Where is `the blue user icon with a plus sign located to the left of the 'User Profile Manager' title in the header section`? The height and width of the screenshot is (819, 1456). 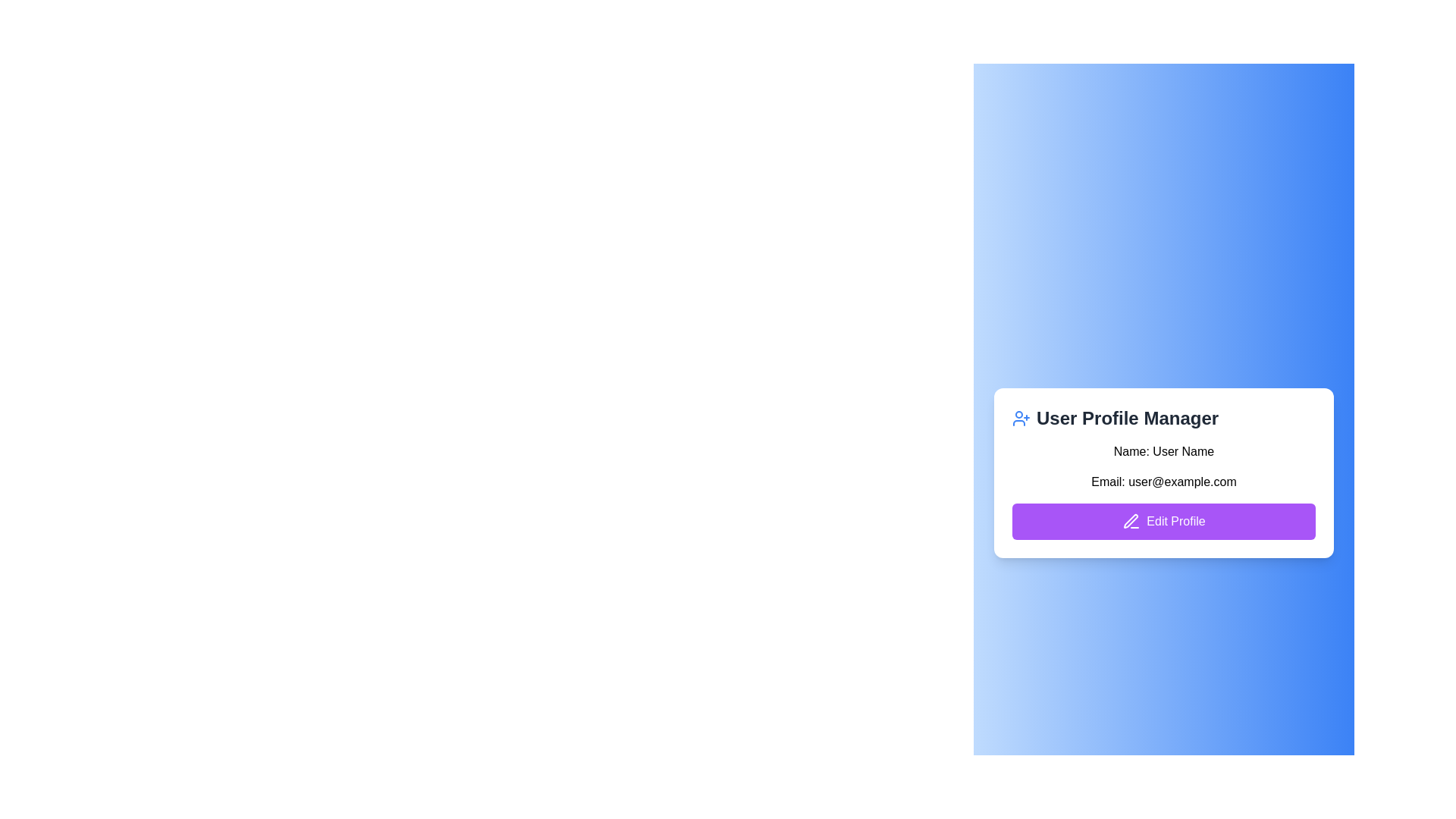 the blue user icon with a plus sign located to the left of the 'User Profile Manager' title in the header section is located at coordinates (1021, 418).